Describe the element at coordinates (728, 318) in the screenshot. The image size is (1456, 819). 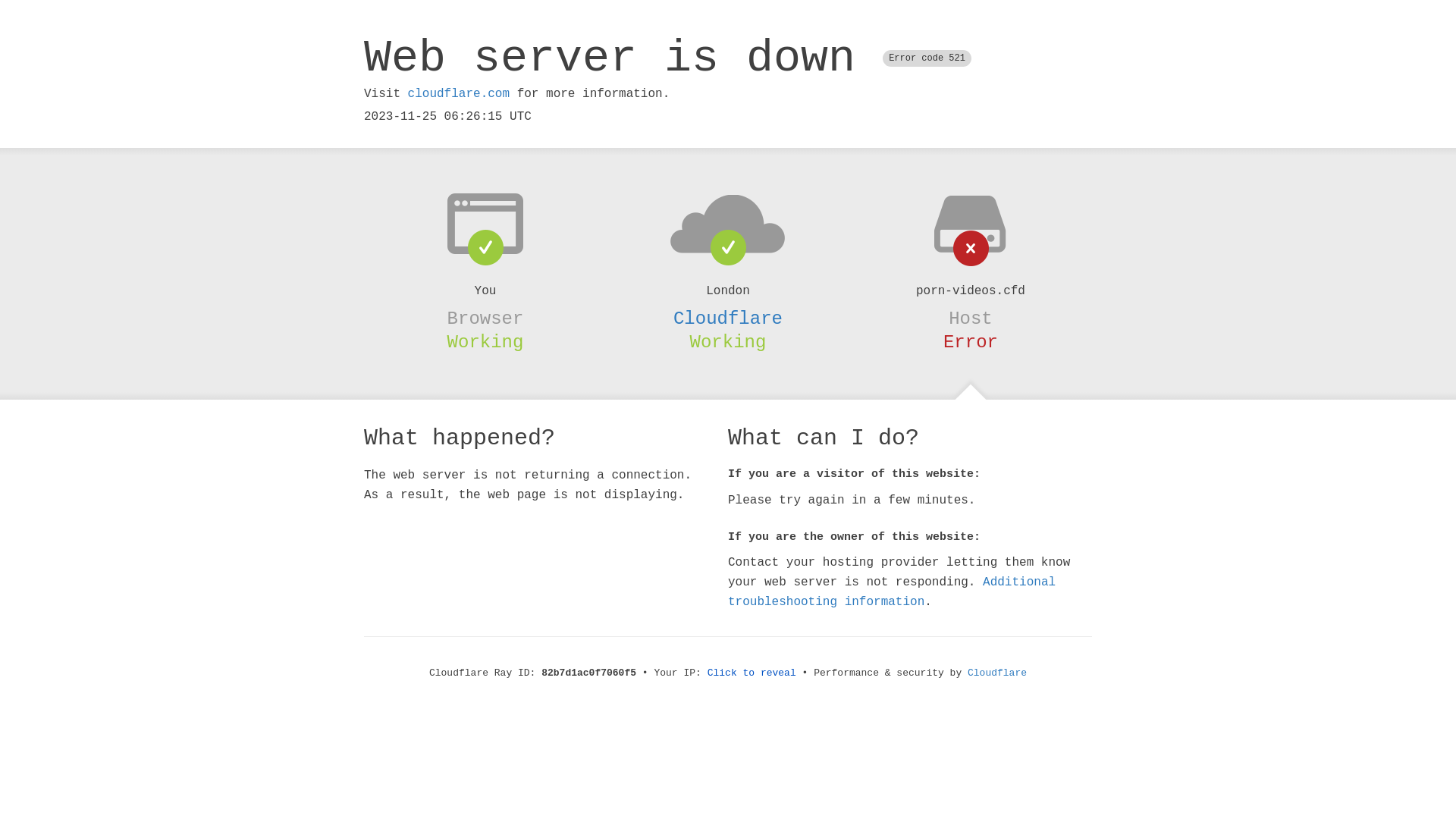
I see `'Cloudflare'` at that location.